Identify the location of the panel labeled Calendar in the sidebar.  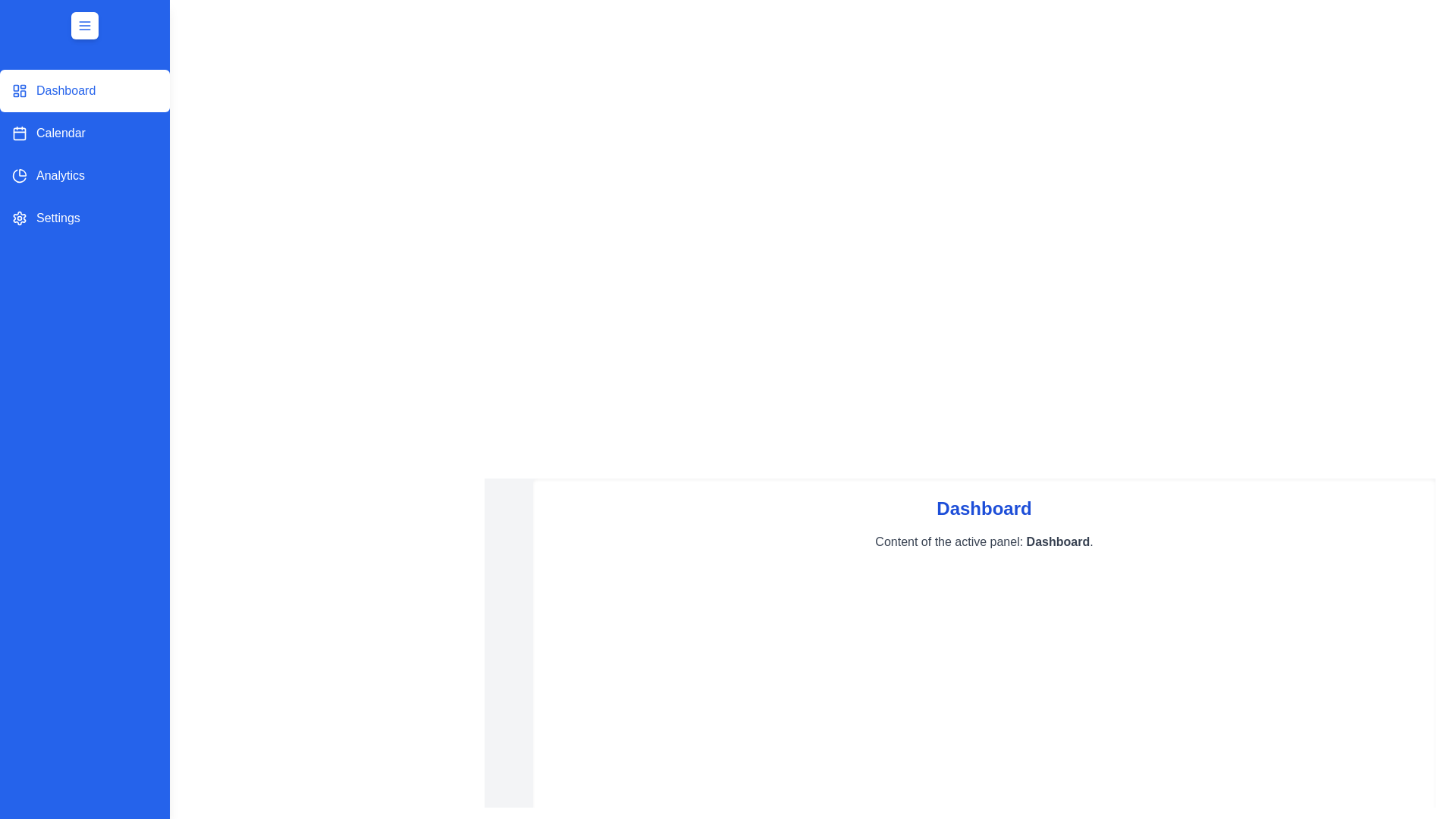
(83, 133).